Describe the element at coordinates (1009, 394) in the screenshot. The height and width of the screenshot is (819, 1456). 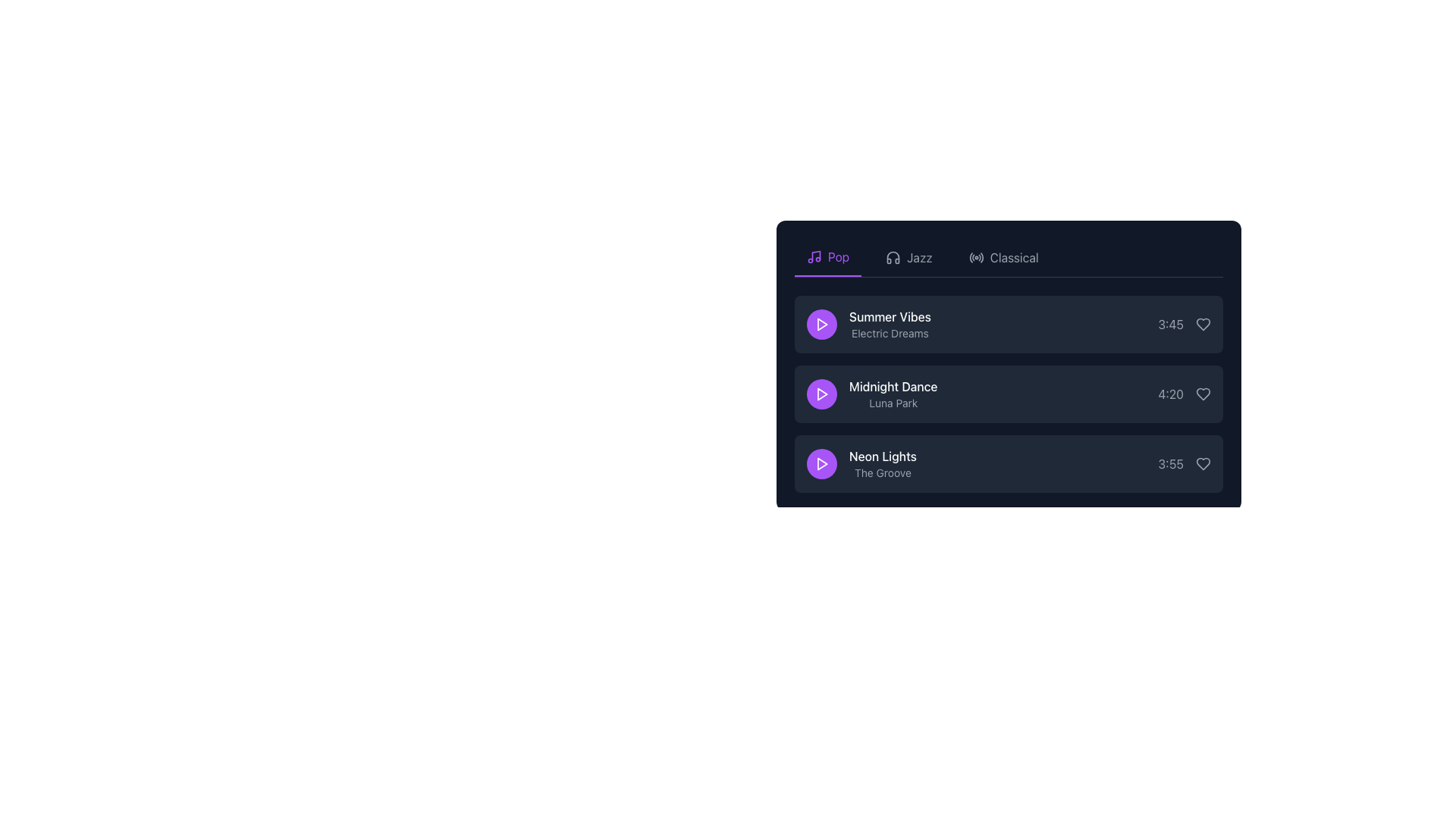
I see `an item in the music selection list located below the music genre tabs` at that location.